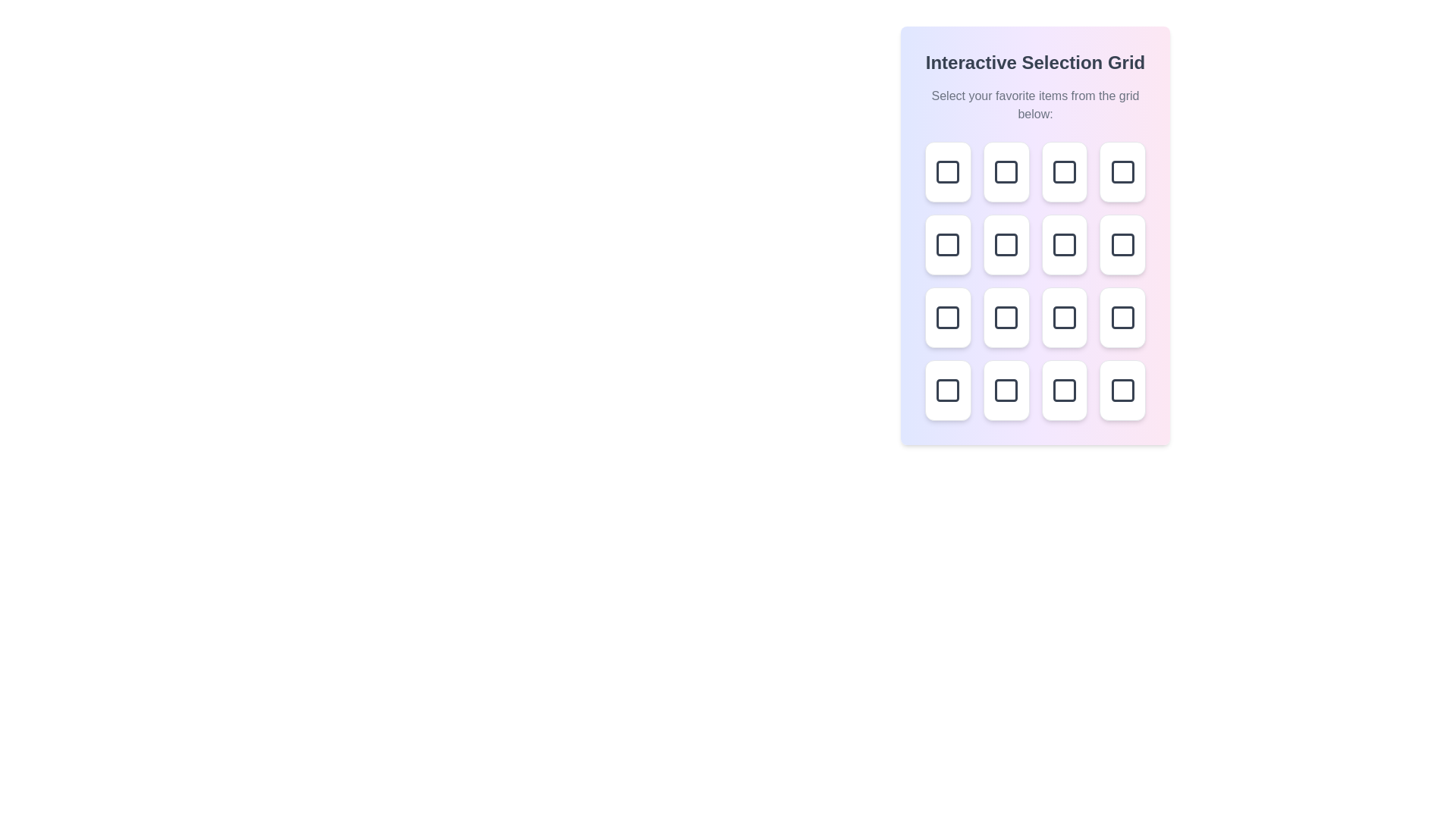  What do you see at coordinates (1122, 317) in the screenshot?
I see `the Selectable Grid Item located in the fourth row and third column of the 'Interactive Selection Grid' to trigger potential tooltip or highlighting effects` at bounding box center [1122, 317].